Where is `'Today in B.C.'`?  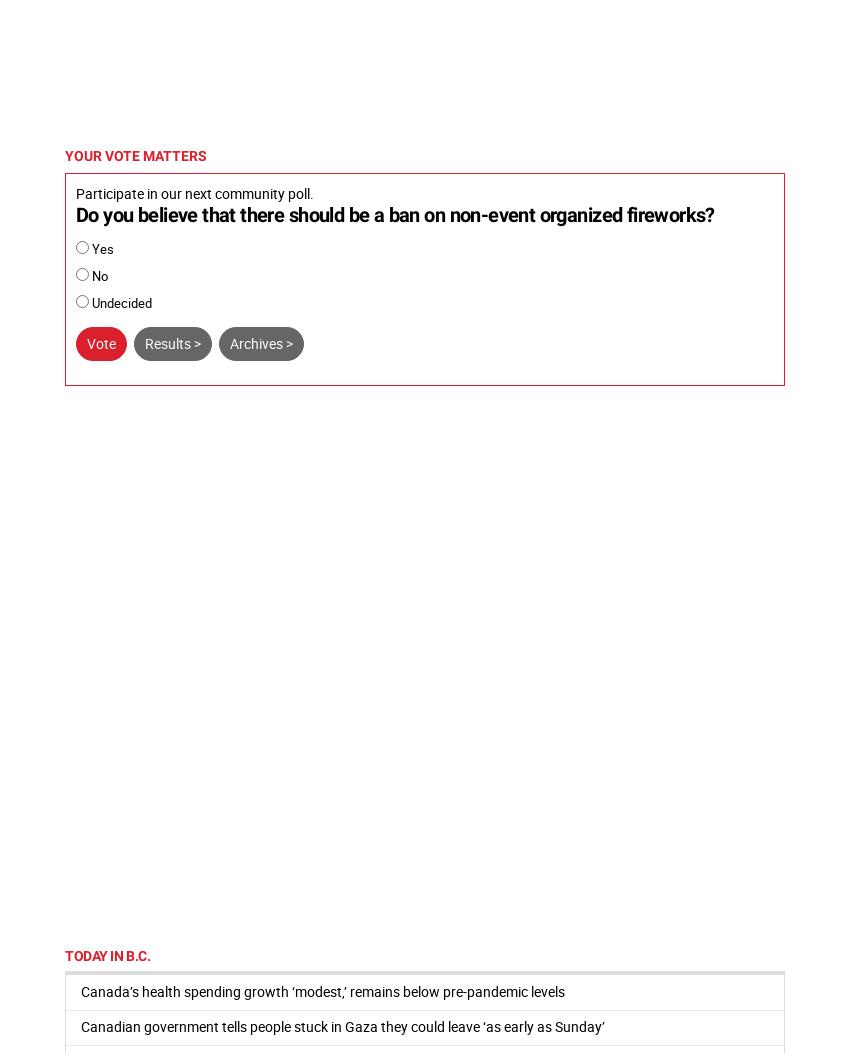 'Today in B.C.' is located at coordinates (65, 953).